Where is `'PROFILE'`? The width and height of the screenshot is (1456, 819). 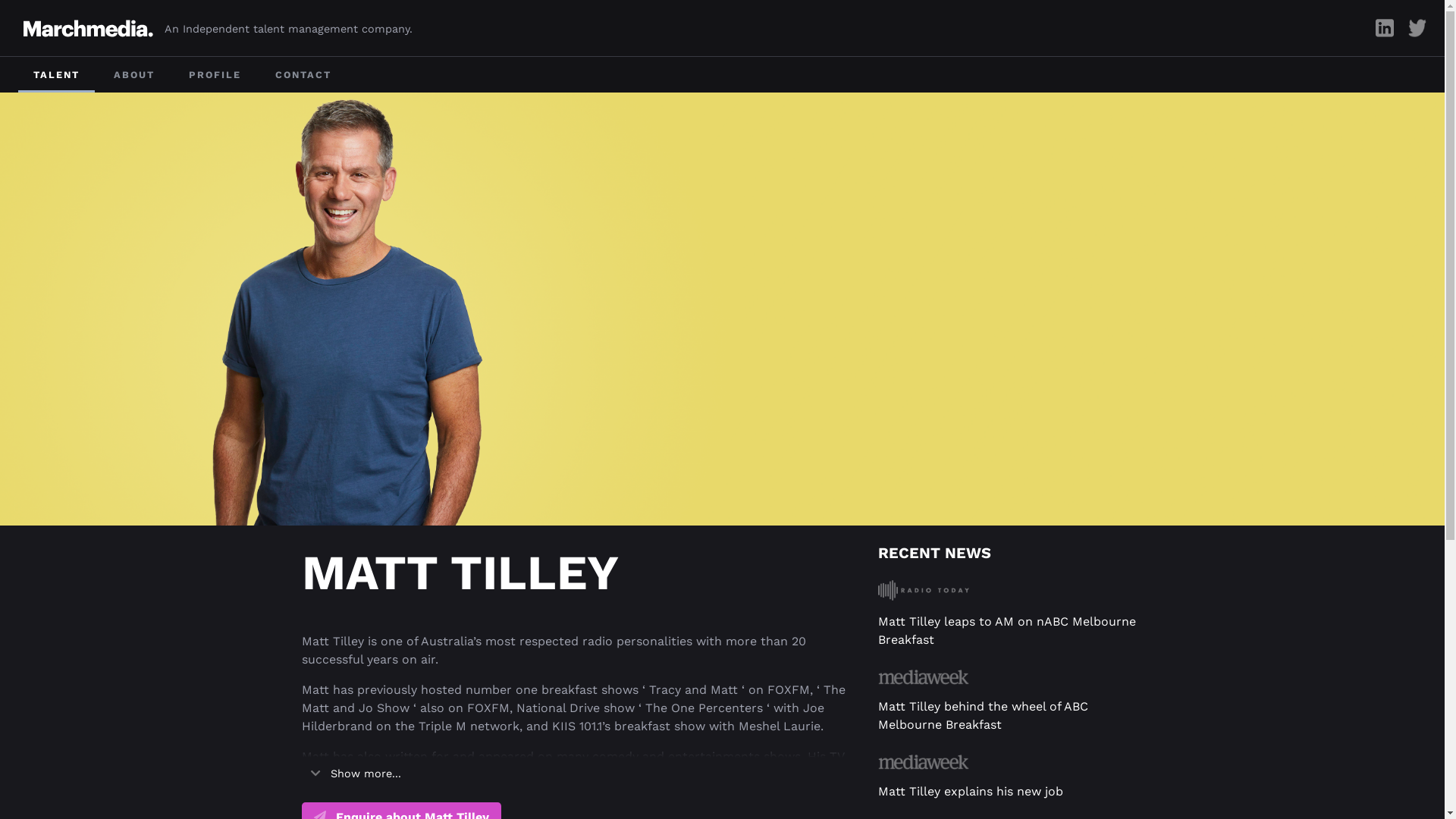
'PROFILE' is located at coordinates (214, 74).